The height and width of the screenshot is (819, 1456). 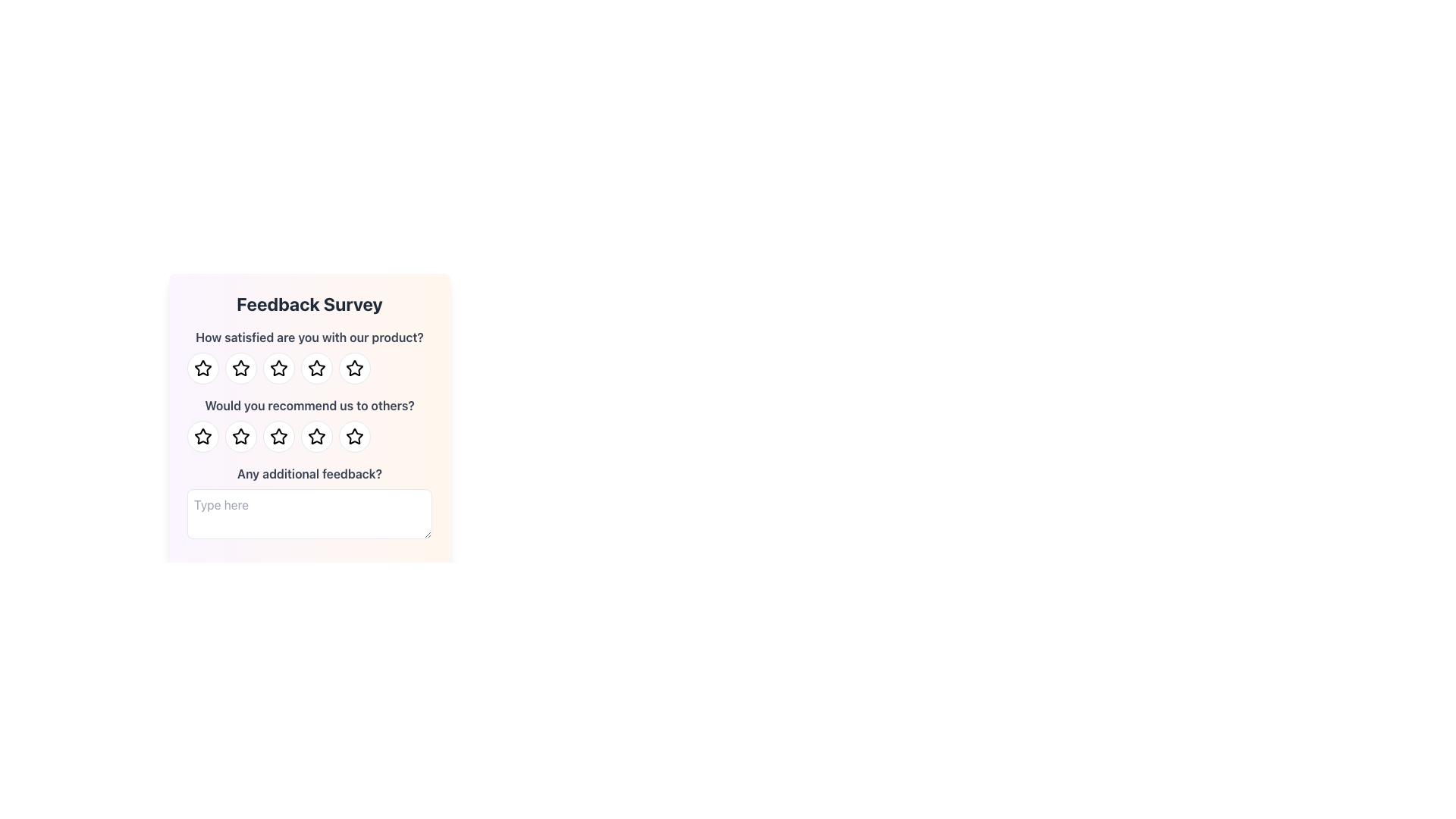 What do you see at coordinates (309, 356) in the screenshot?
I see `text header that says 'How satisfied are you with our product?' positioned above the star rating icons in the feedback survey` at bounding box center [309, 356].